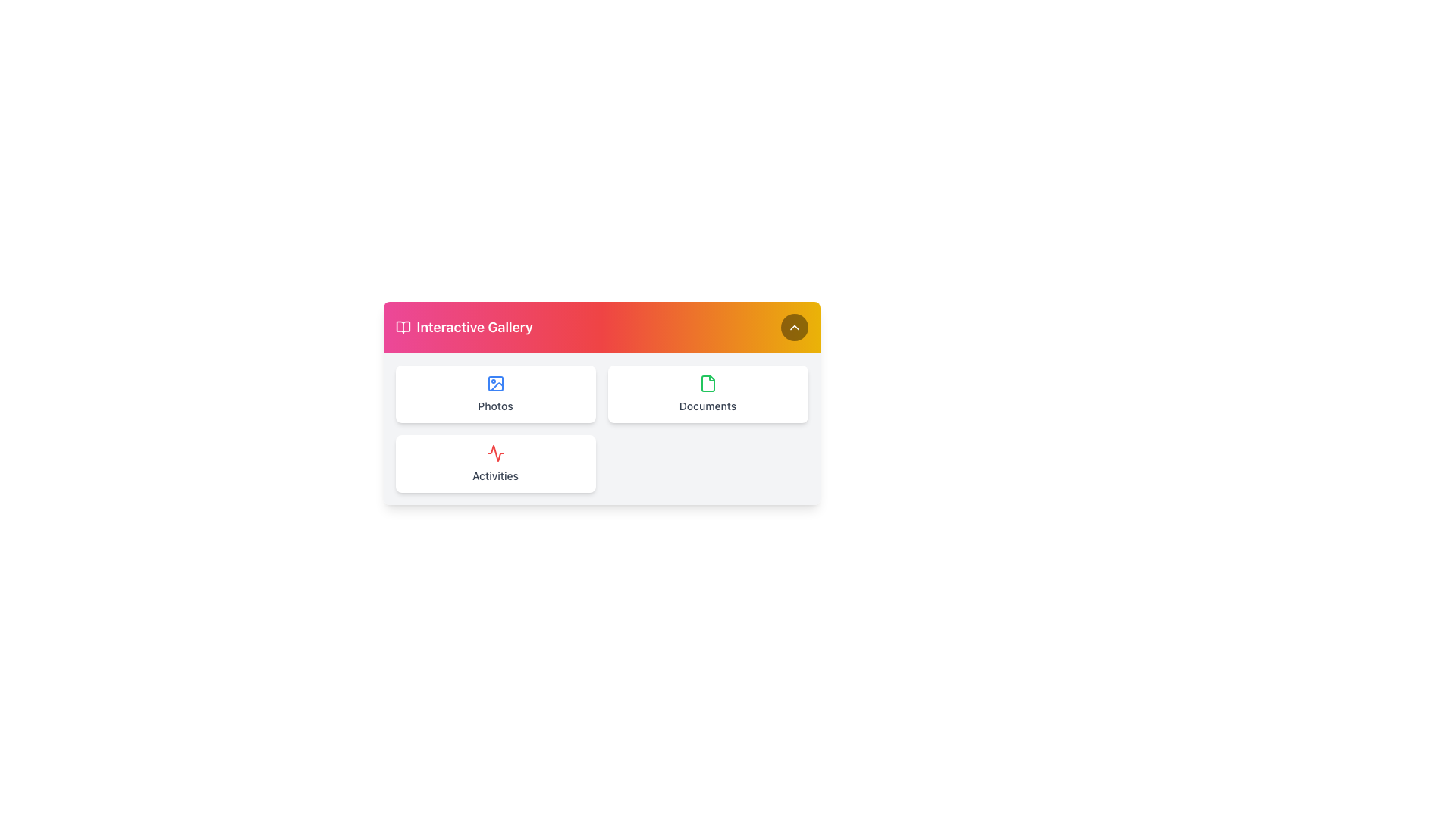 The width and height of the screenshot is (1456, 819). I want to click on the upward-pointing chevron-shaped icon, which is centered within a circular button in the top right corner of the header section, so click(793, 327).